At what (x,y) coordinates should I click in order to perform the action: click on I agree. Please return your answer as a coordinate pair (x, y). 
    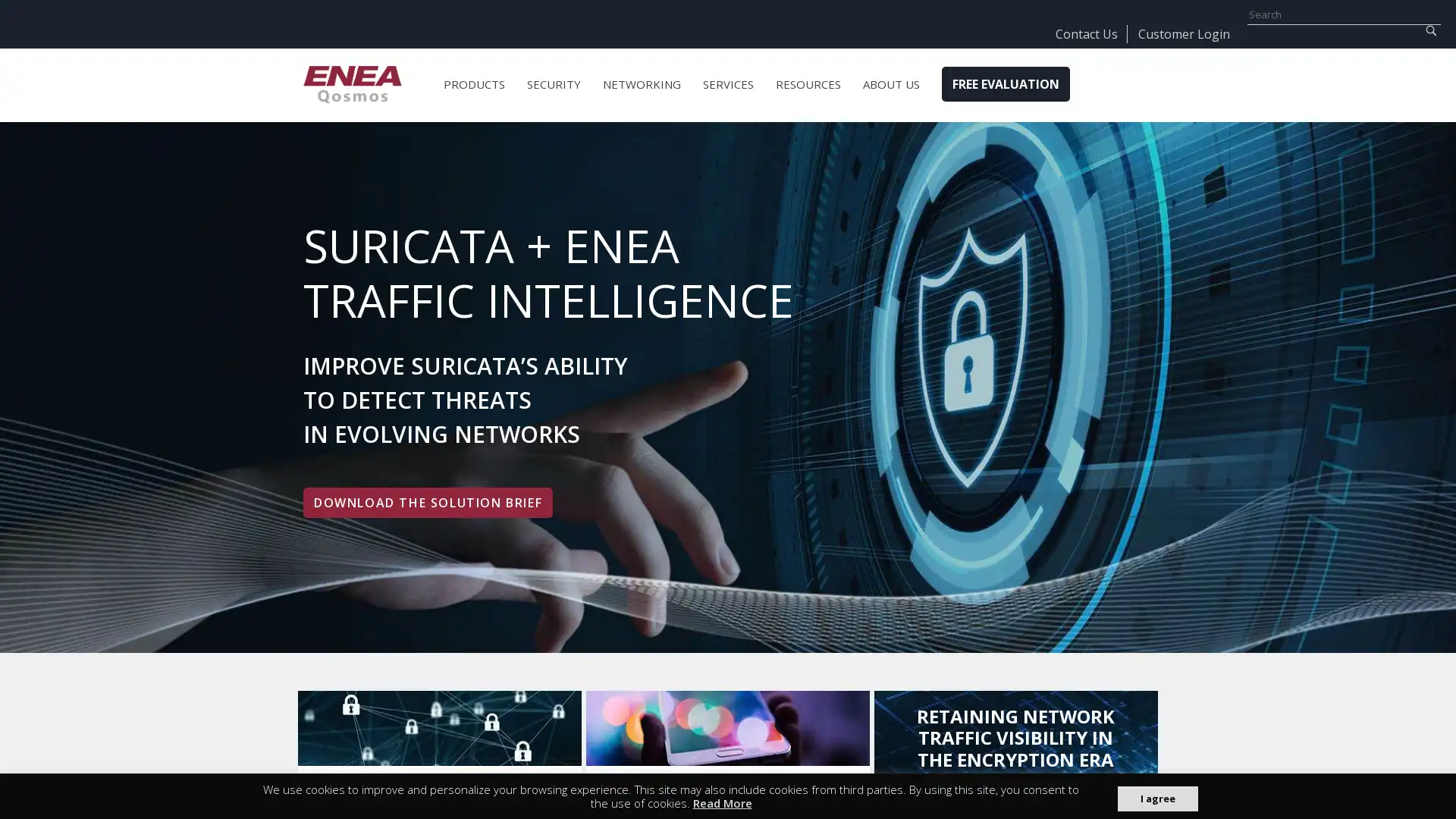
    Looking at the image, I should click on (1156, 798).